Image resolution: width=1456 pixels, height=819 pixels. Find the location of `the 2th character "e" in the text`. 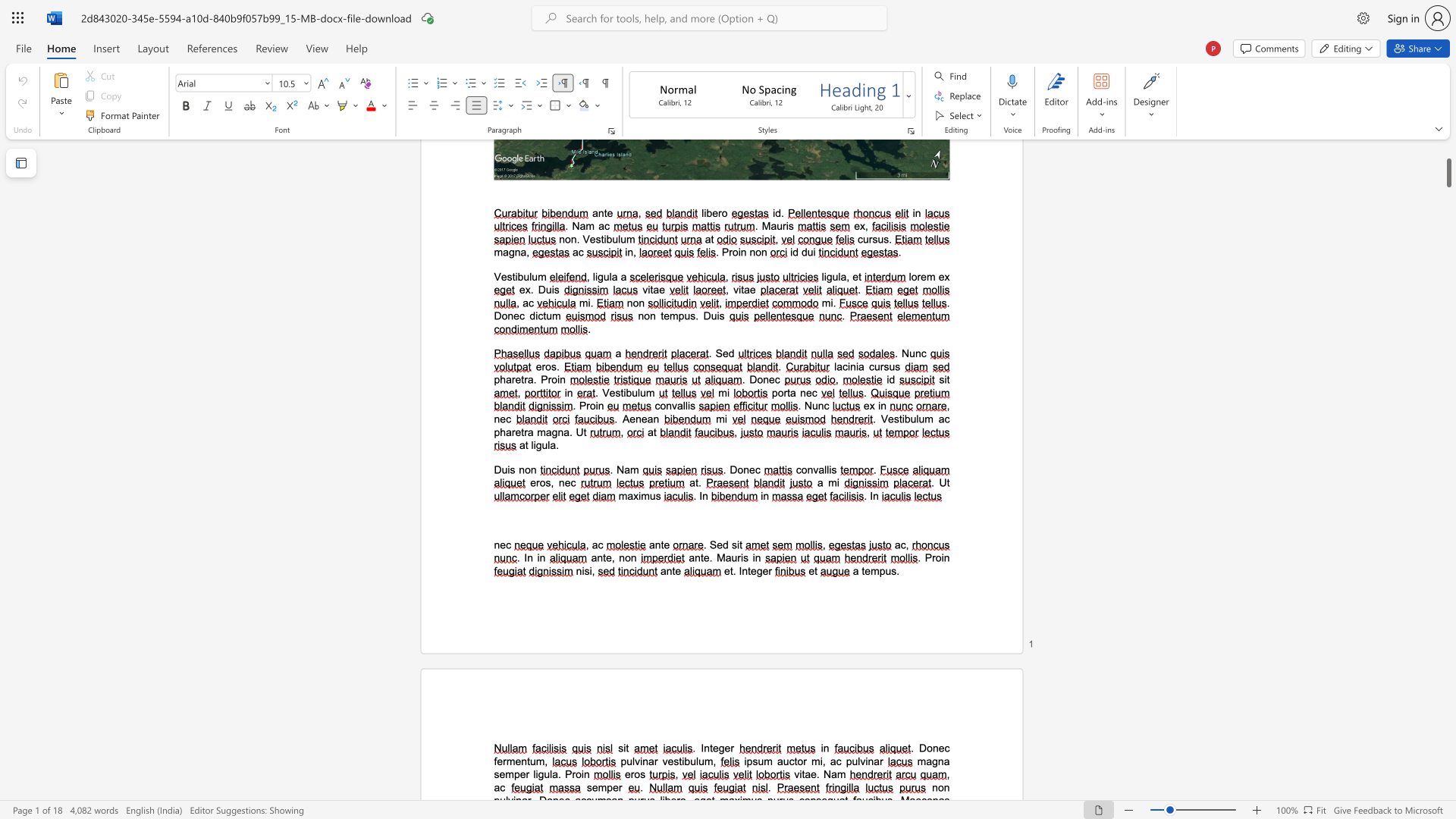

the 2th character "e" in the text is located at coordinates (726, 747).